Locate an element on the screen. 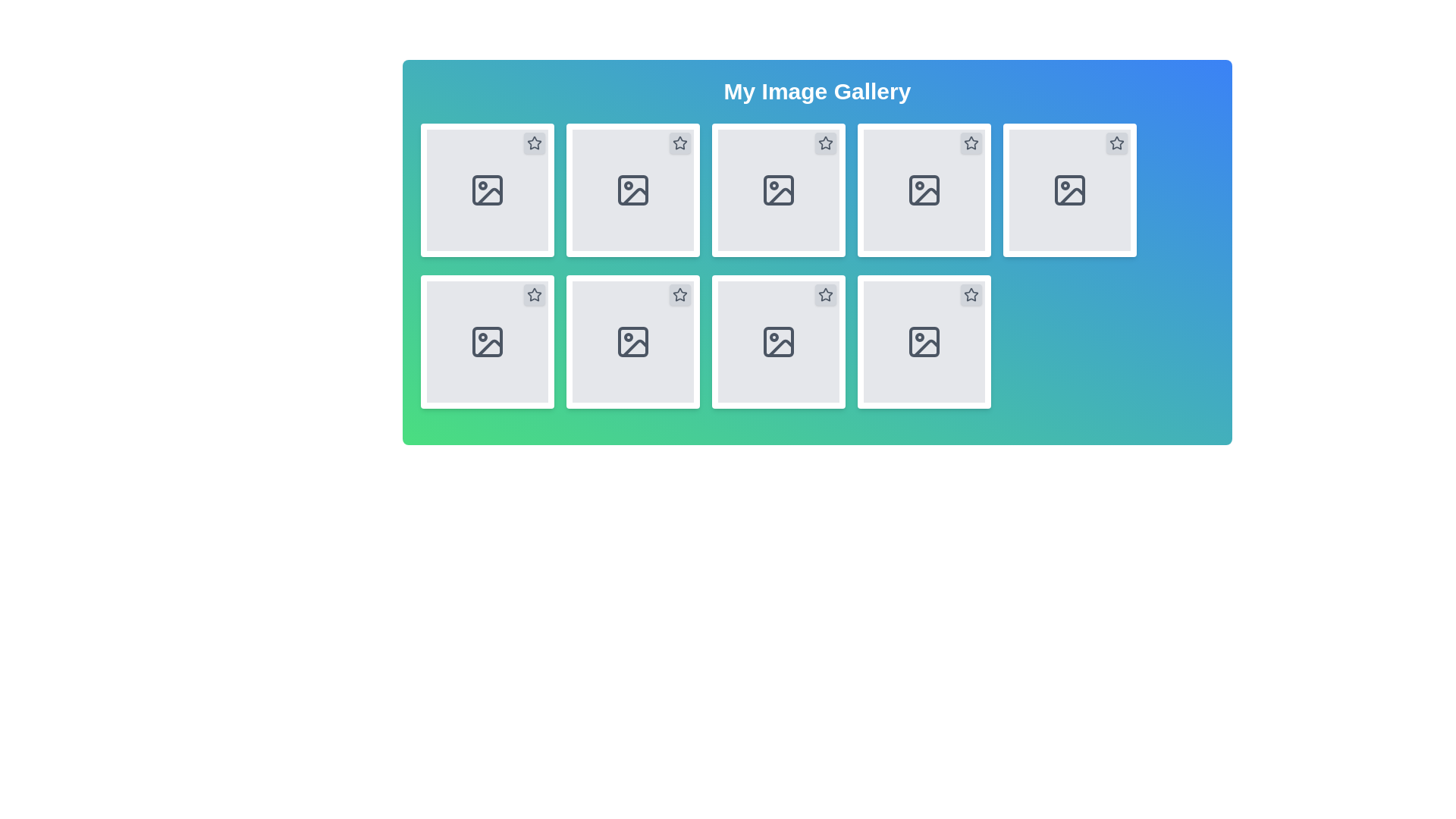  the star-shaped icon located in the top-right corner of the third image card in the second row of the grid layout is located at coordinates (535, 294).